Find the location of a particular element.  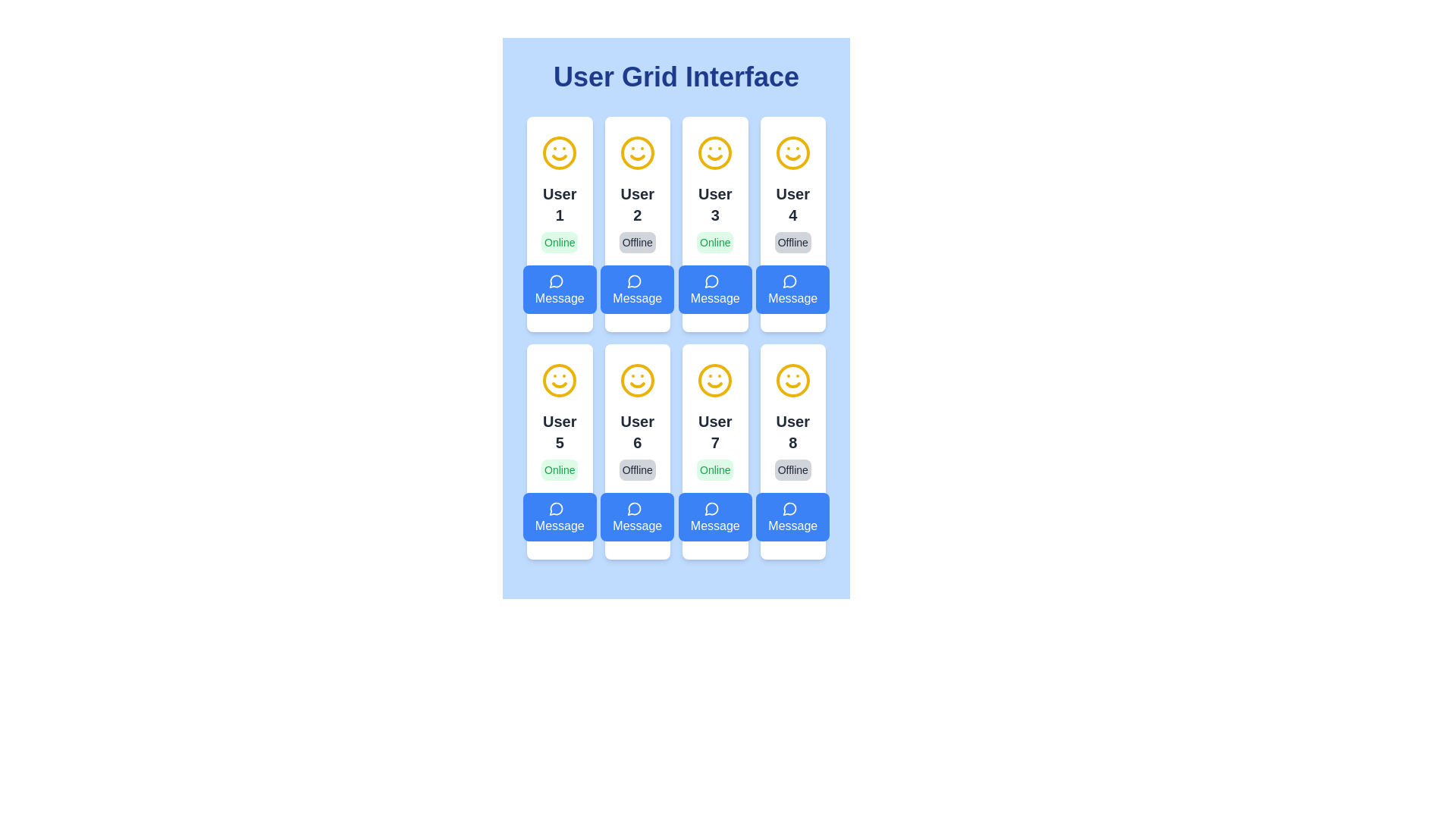

the blue rectangular button labeled 'Message' with a speech bubble icon, located at the bottom of 'User 8' card is located at coordinates (792, 516).